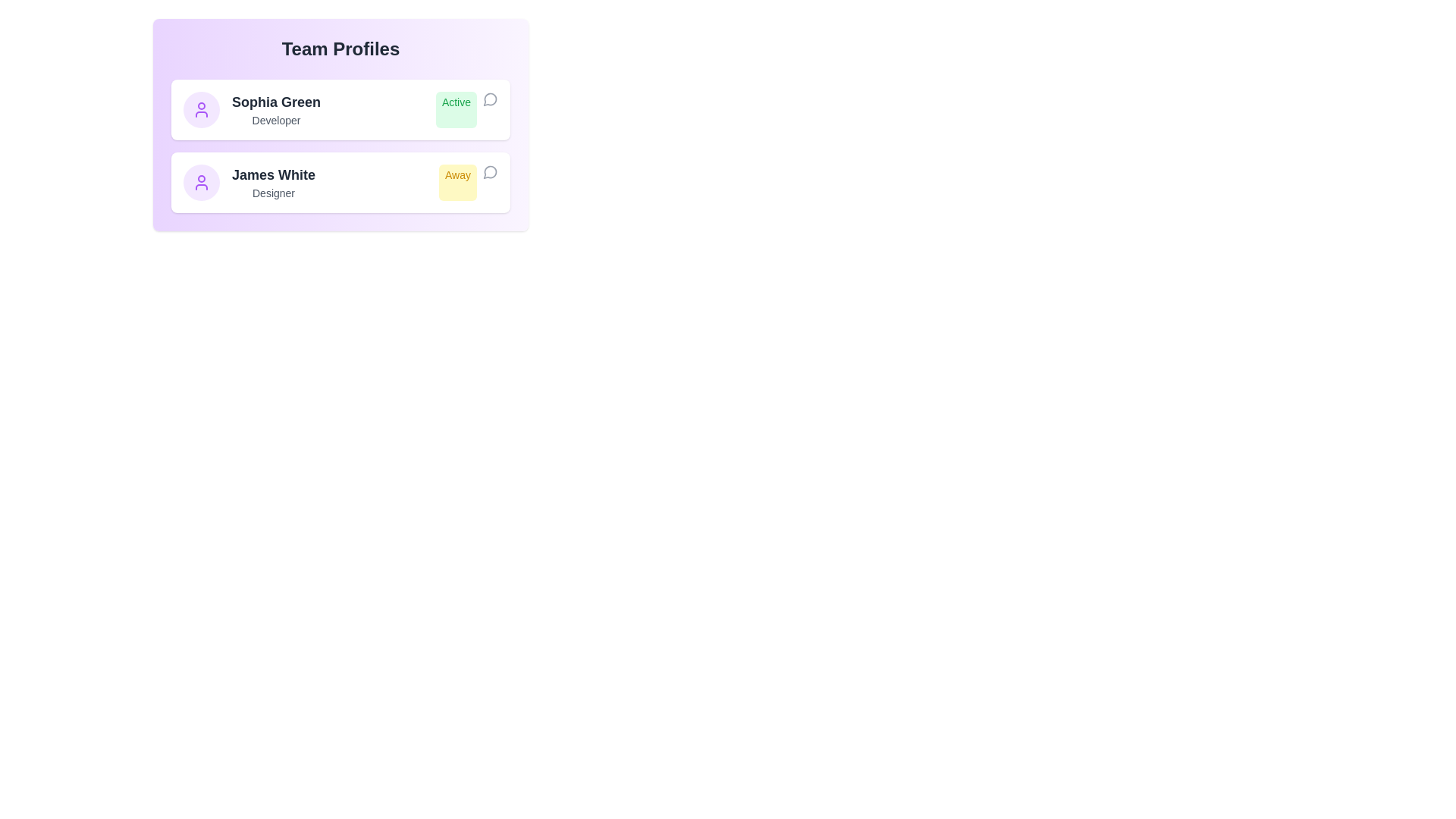  Describe the element at coordinates (457, 181) in the screenshot. I see `the Status badge displaying 'Away' in yellow on James White's profile card, which is a rectangular button-like component with rounded corners` at that location.